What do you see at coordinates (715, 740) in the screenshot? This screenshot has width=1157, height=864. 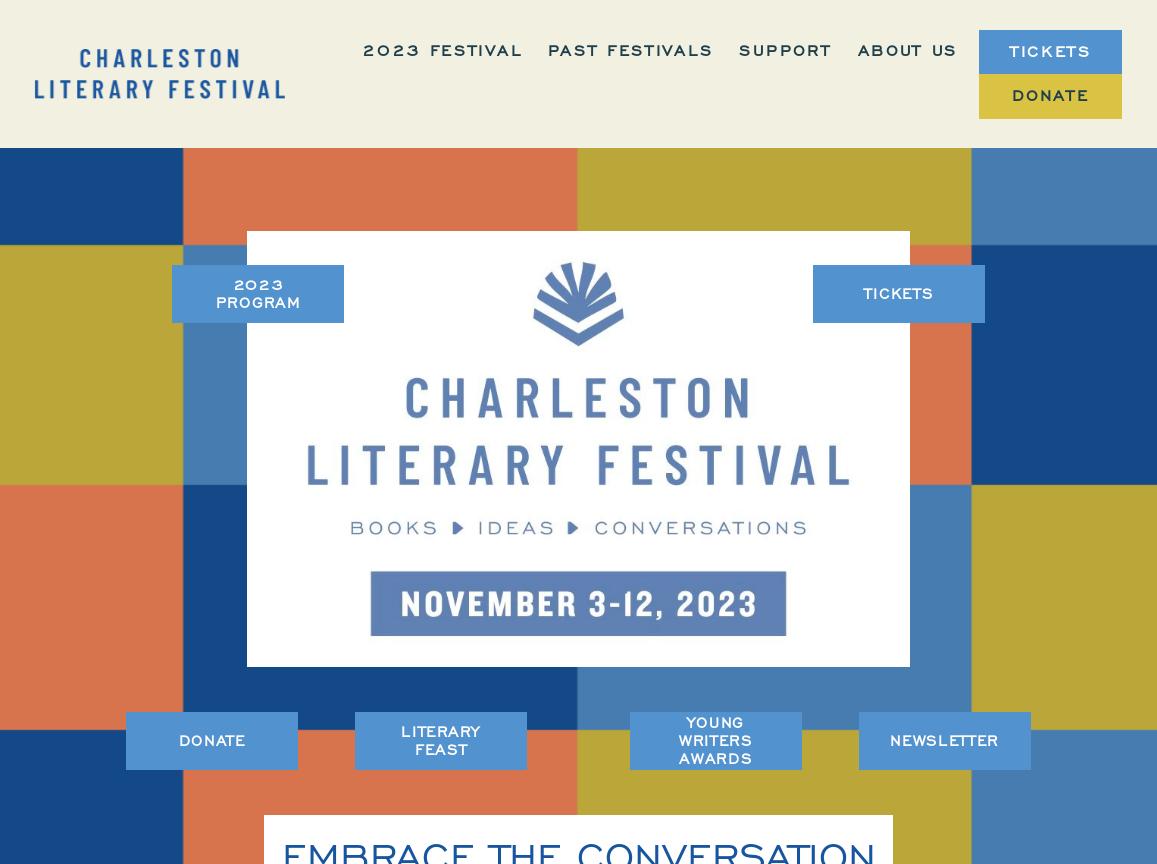 I see `'YOUNG WRITERS AWARDS'` at bounding box center [715, 740].